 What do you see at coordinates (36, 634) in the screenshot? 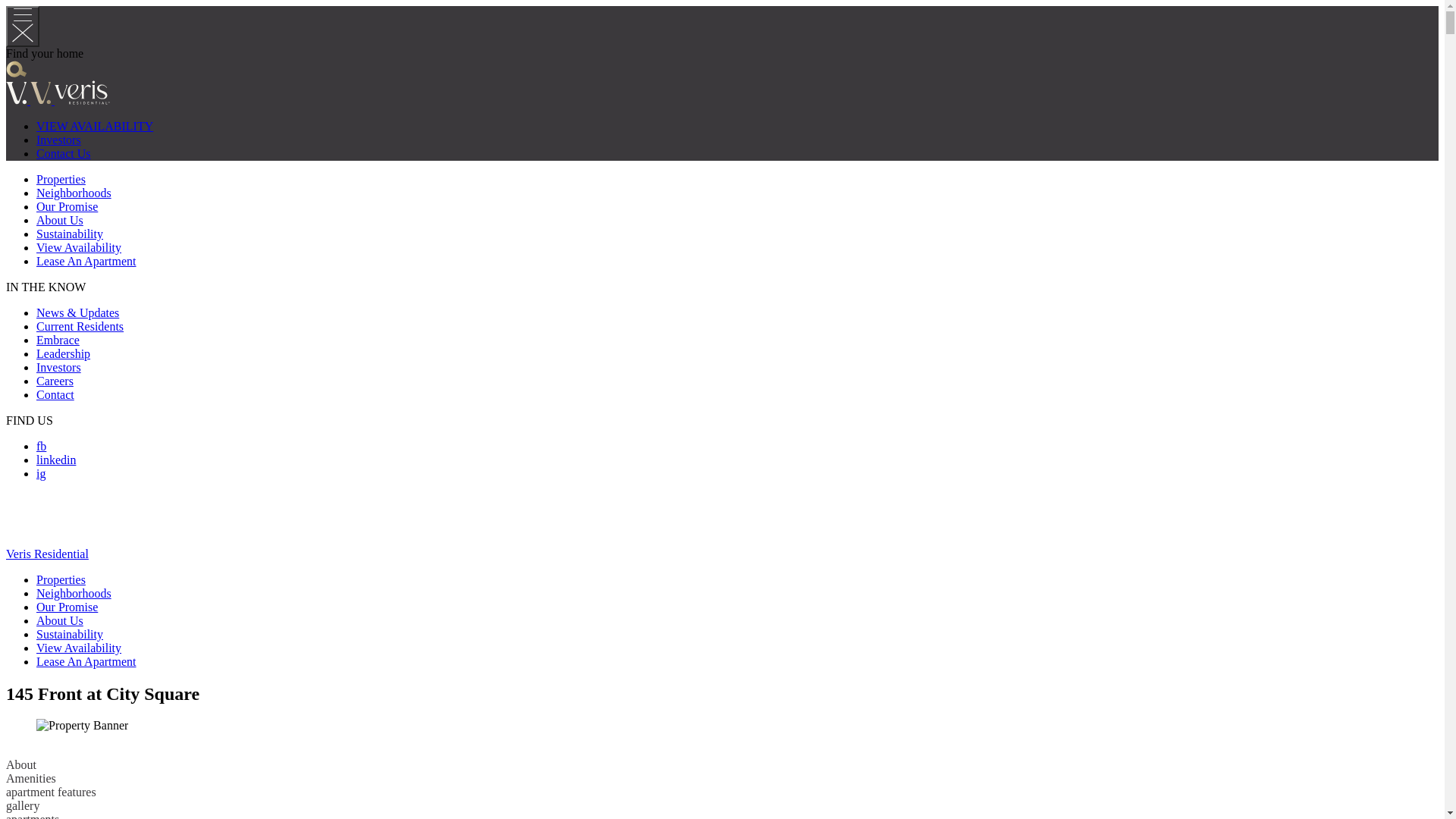
I see `'Sustainability'` at bounding box center [36, 634].